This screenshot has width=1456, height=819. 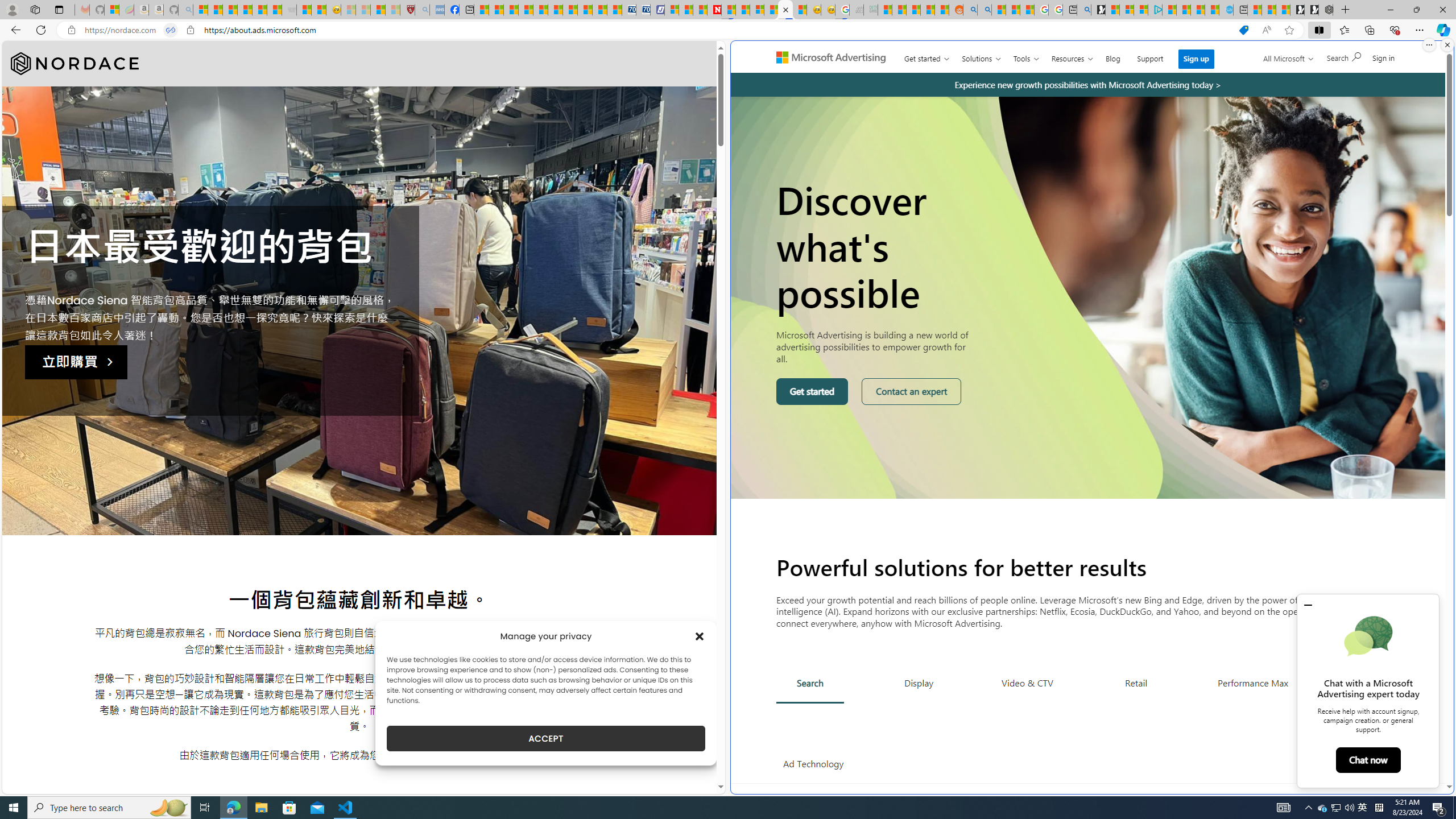 I want to click on 'Get started', so click(x=812, y=392).